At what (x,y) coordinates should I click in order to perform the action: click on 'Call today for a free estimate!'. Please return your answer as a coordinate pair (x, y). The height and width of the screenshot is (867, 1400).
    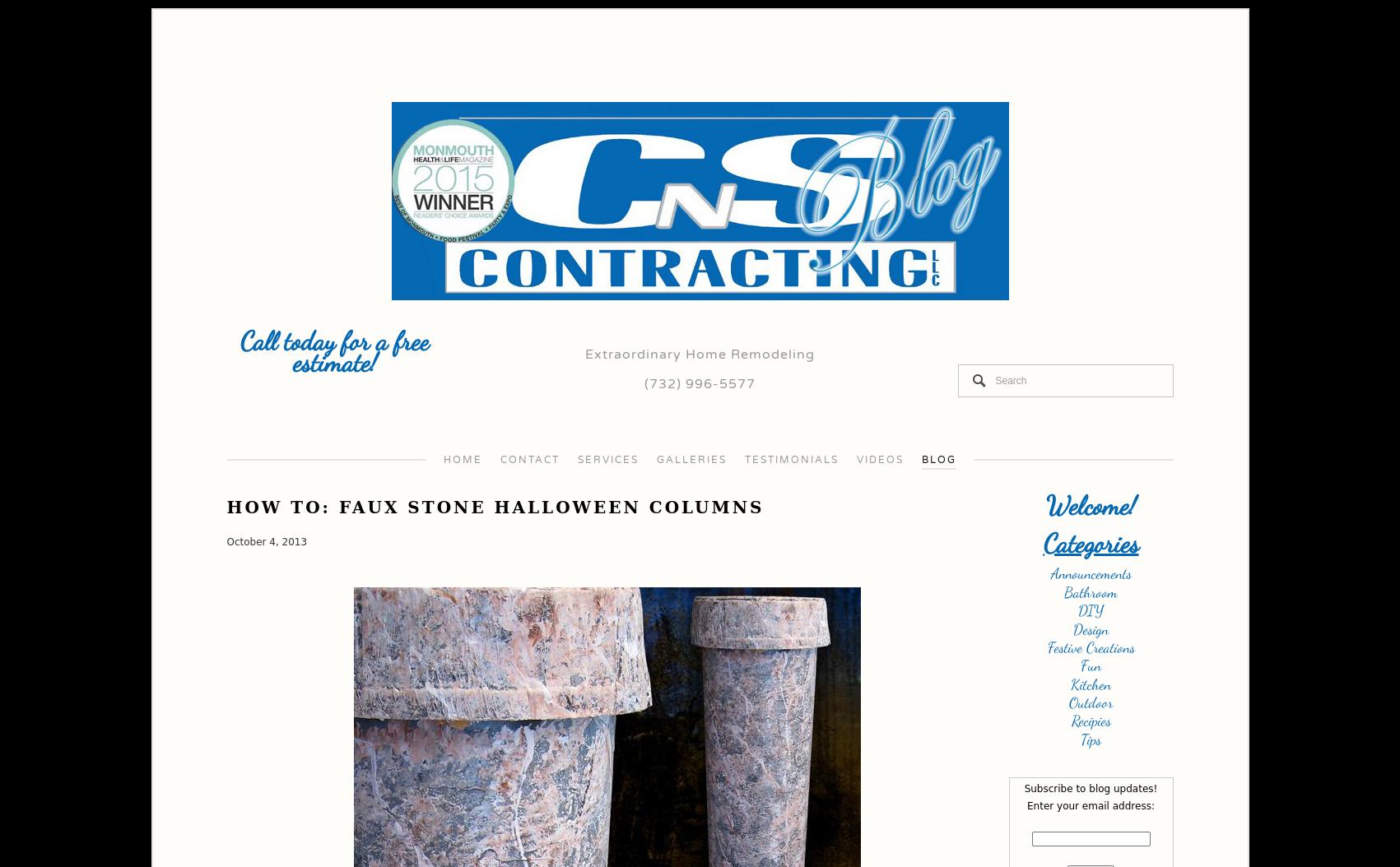
    Looking at the image, I should click on (333, 352).